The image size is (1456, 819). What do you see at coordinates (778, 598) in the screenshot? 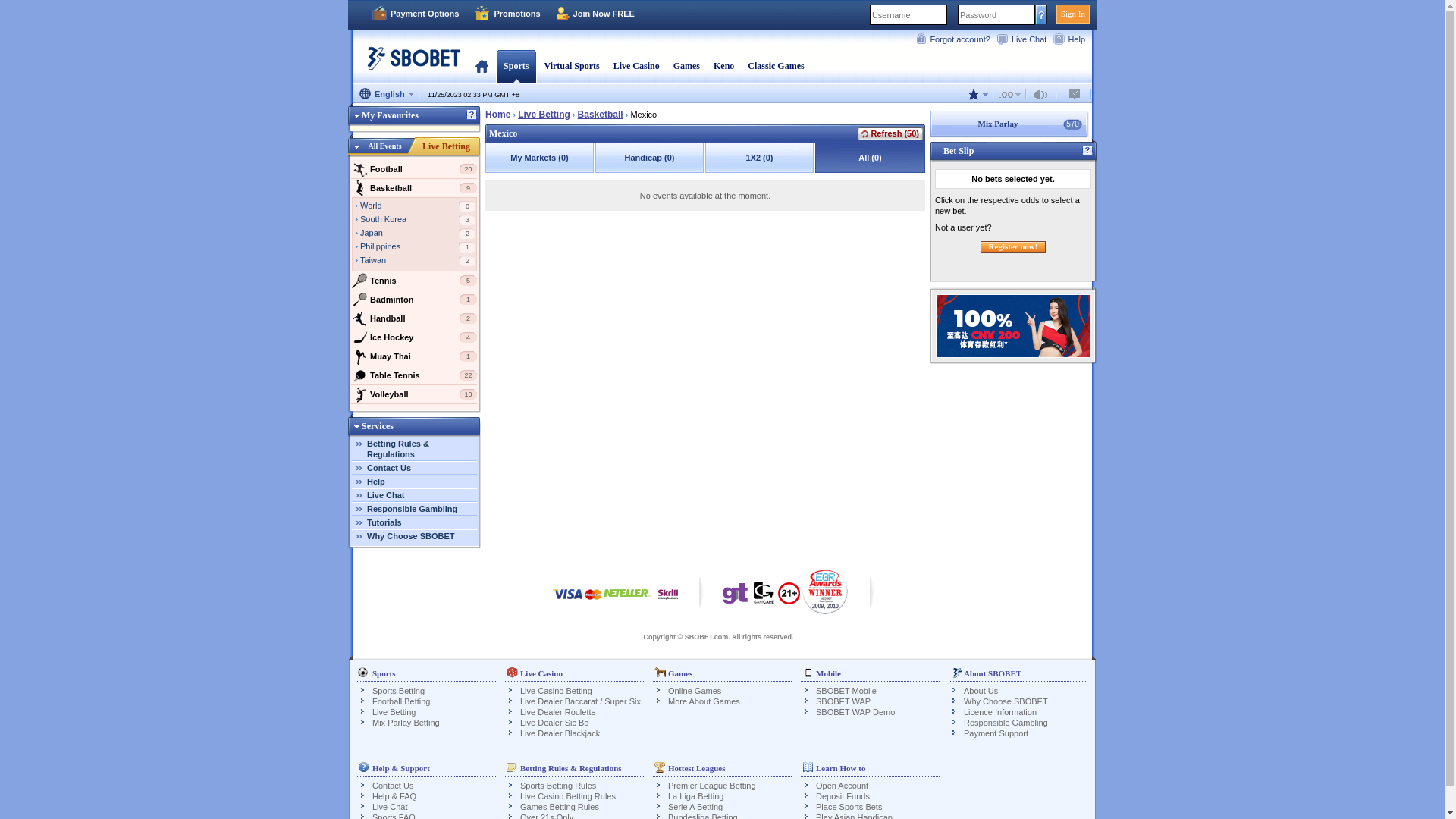
I see `'Responsible Gambling - Over 21s only'` at bounding box center [778, 598].